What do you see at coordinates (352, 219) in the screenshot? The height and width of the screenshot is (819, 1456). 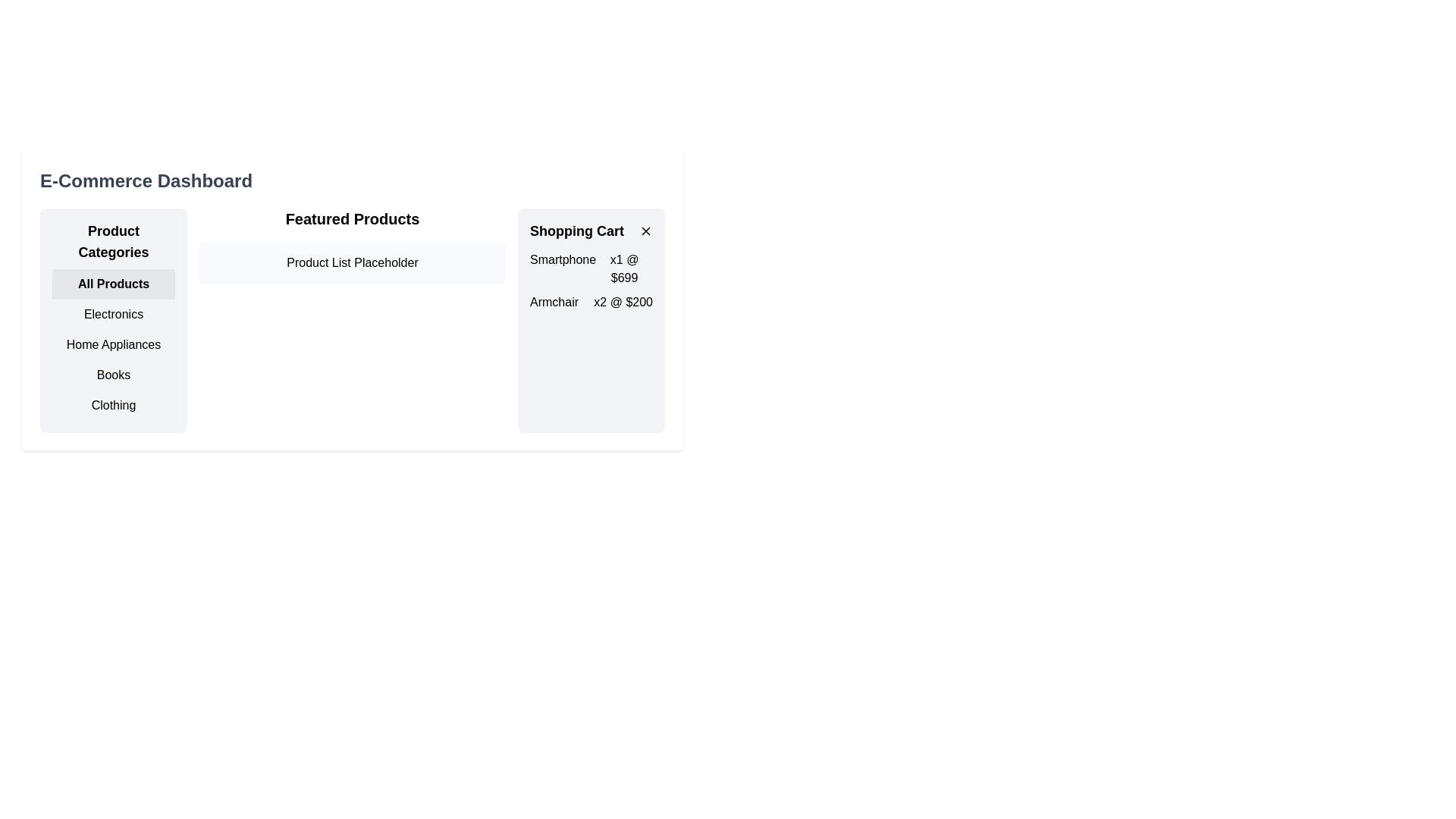 I see `the 'Featured Products' heading text label, which indicates the primary content of this section and is located above the 'Product List Placeholder'` at bounding box center [352, 219].